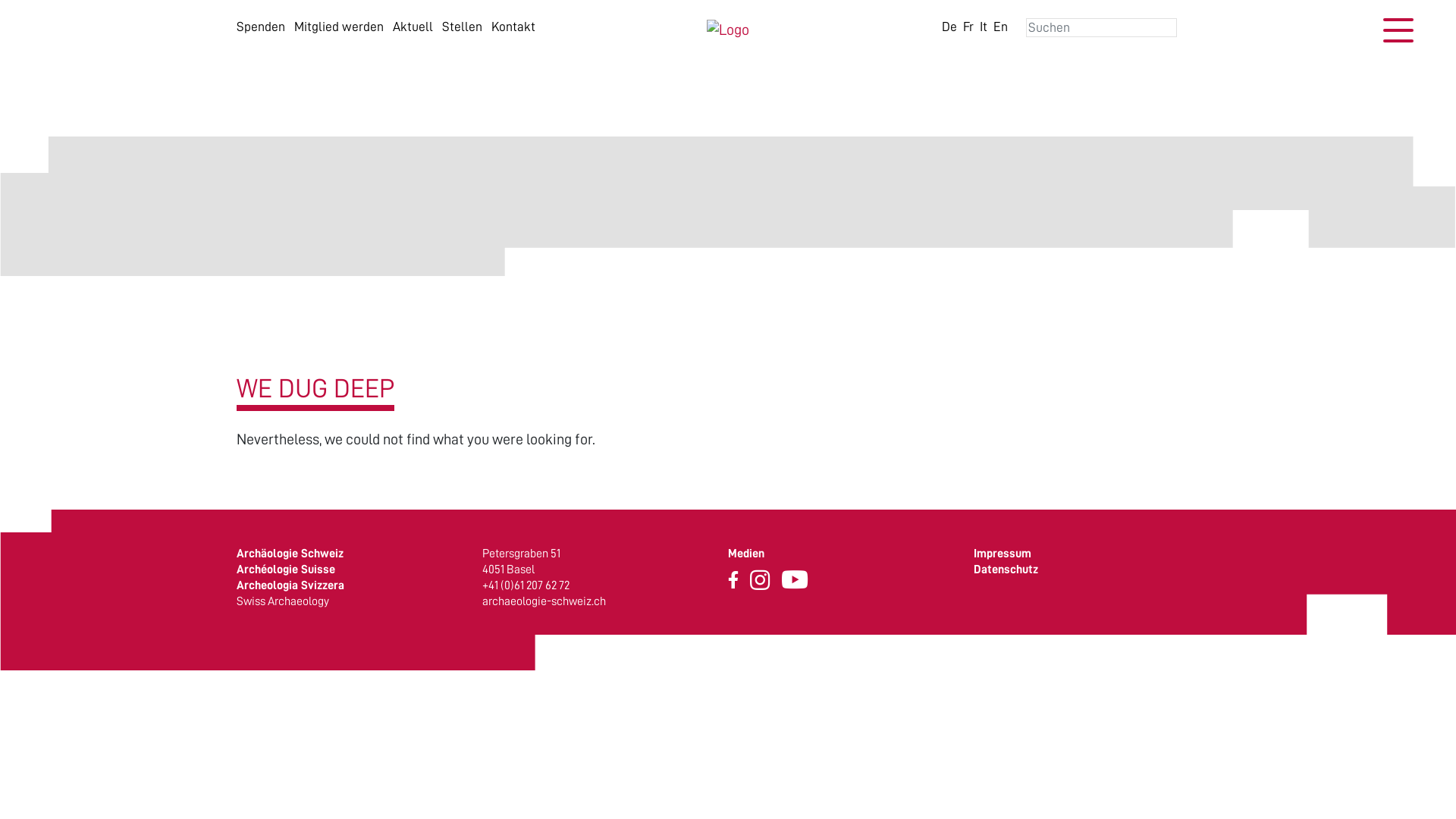 This screenshot has width=1456, height=819. What do you see at coordinates (1002, 553) in the screenshot?
I see `'Impressum'` at bounding box center [1002, 553].